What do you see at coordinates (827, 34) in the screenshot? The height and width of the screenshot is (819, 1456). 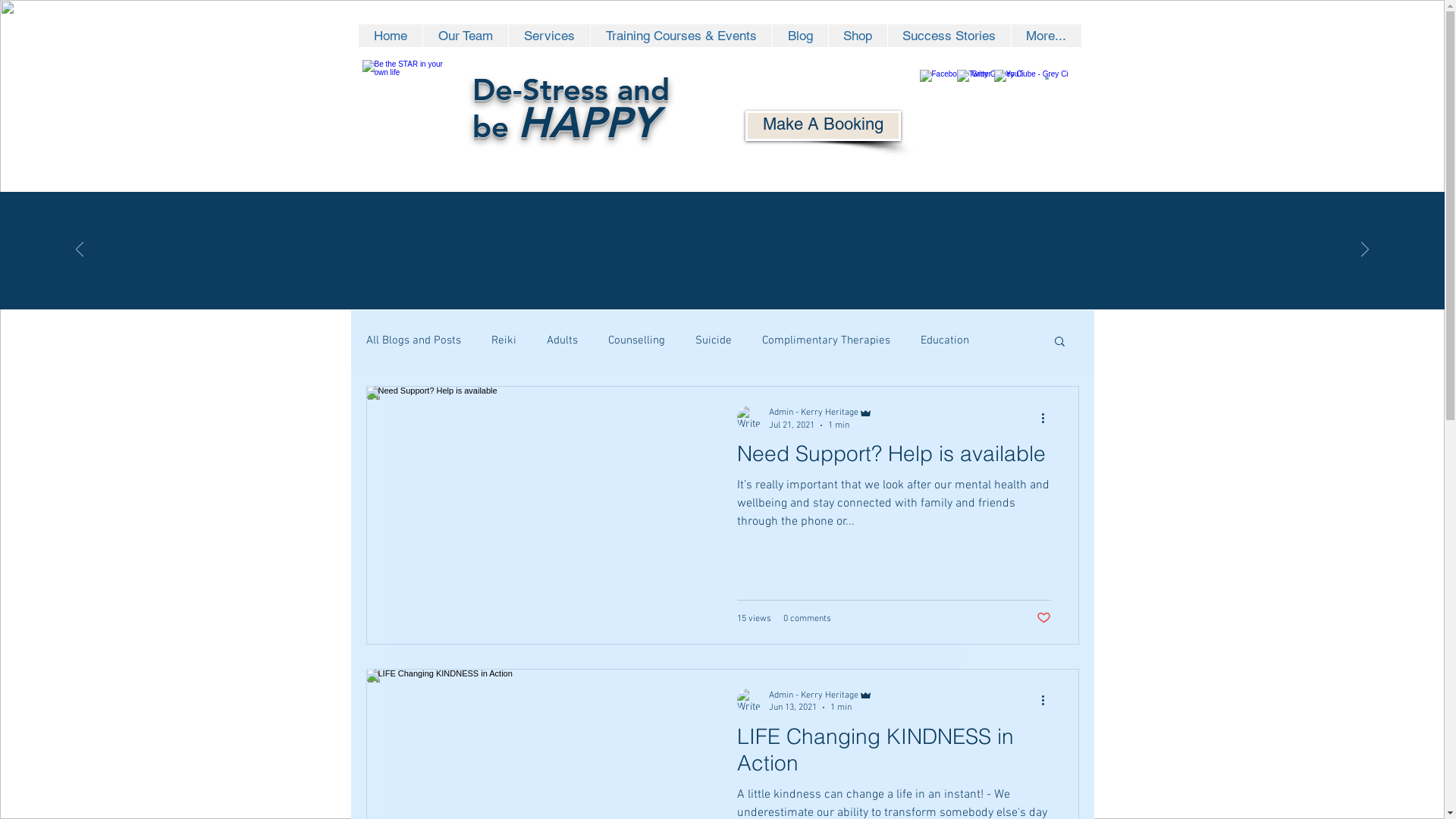 I see `'Shop'` at bounding box center [827, 34].